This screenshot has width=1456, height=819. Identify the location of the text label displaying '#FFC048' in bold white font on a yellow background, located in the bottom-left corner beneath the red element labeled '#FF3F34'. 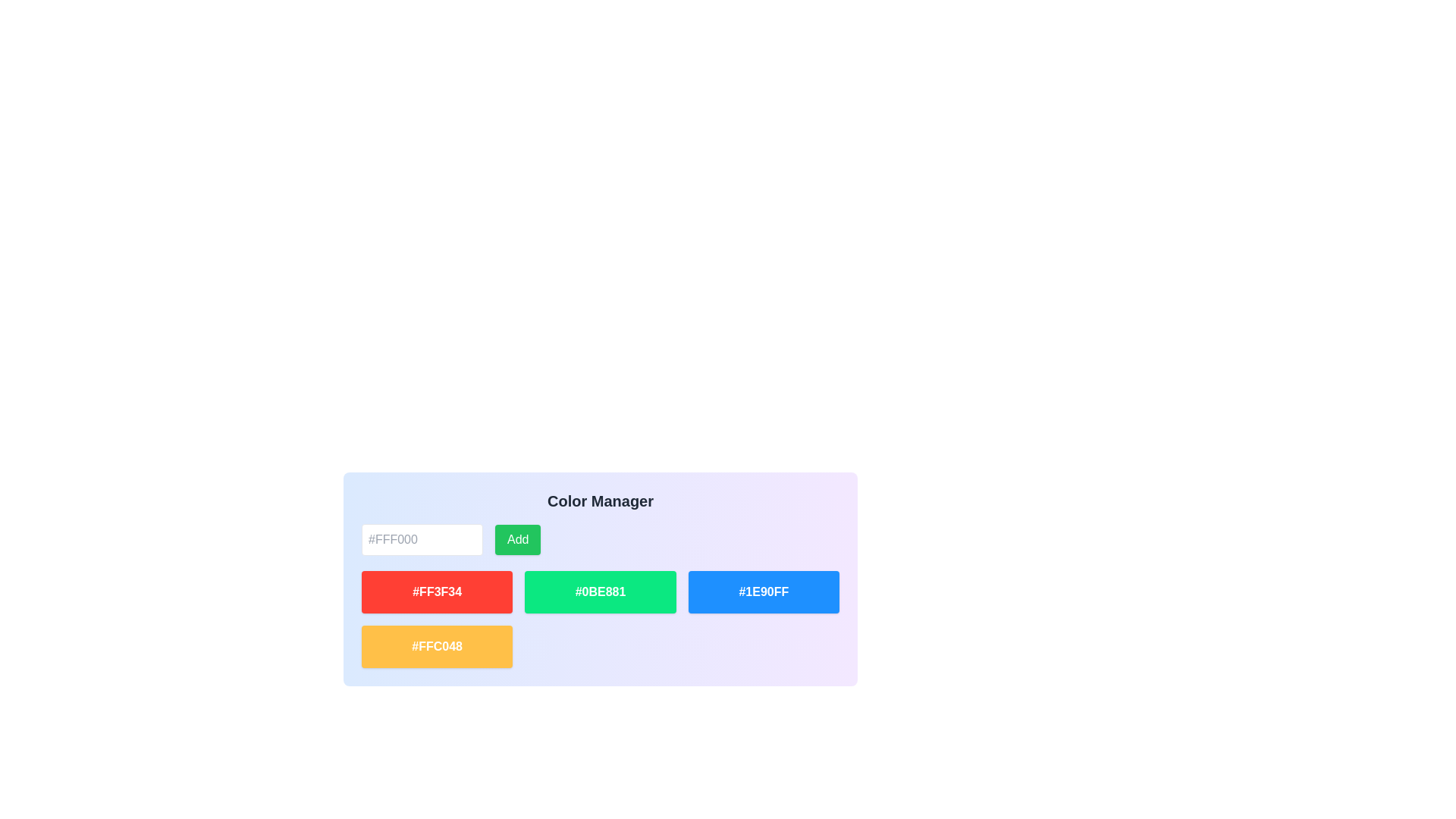
(436, 646).